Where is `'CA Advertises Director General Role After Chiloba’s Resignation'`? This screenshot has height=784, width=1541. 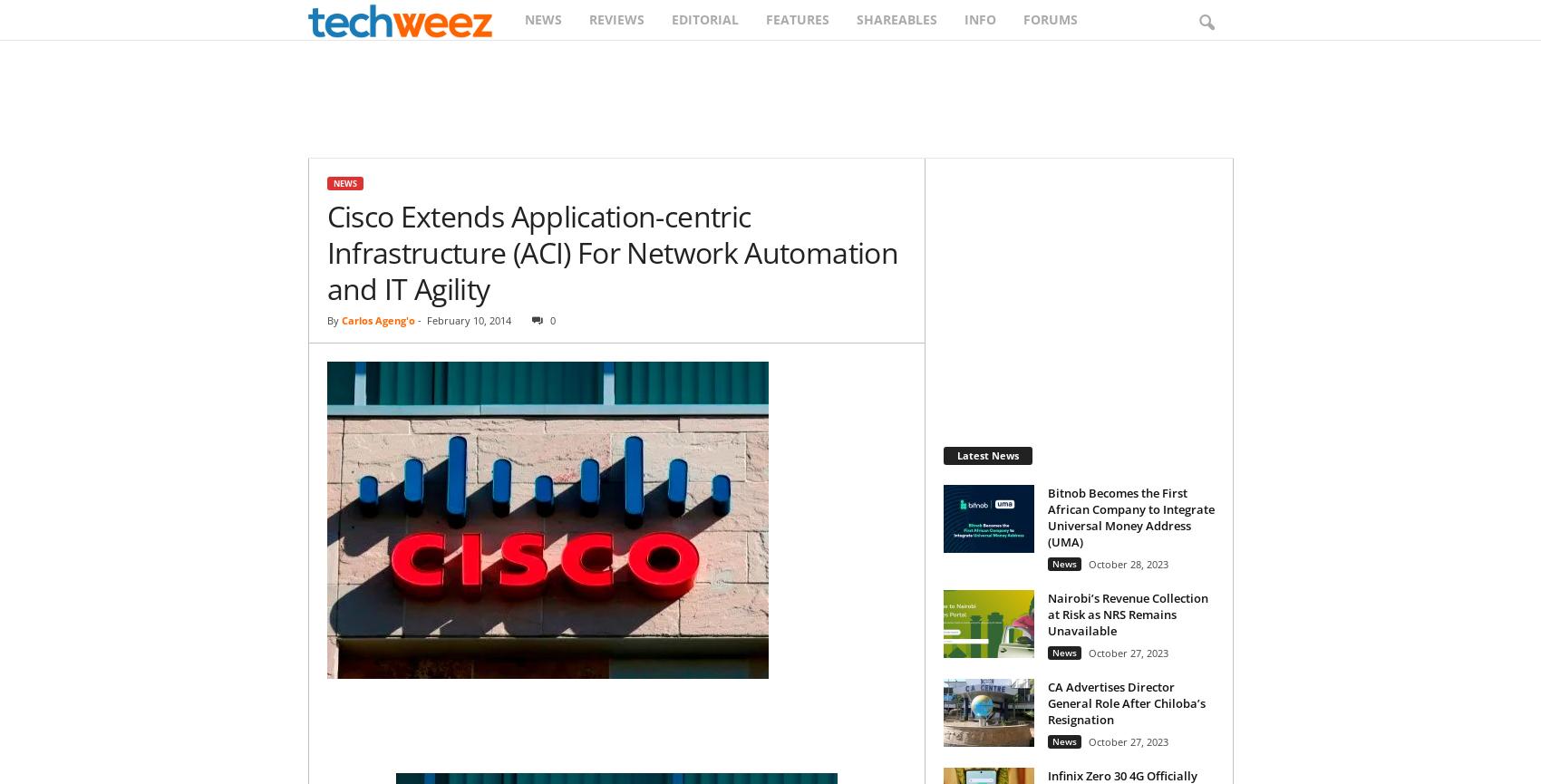 'CA Advertises Director General Role After Chiloba’s Resignation' is located at coordinates (1125, 702).